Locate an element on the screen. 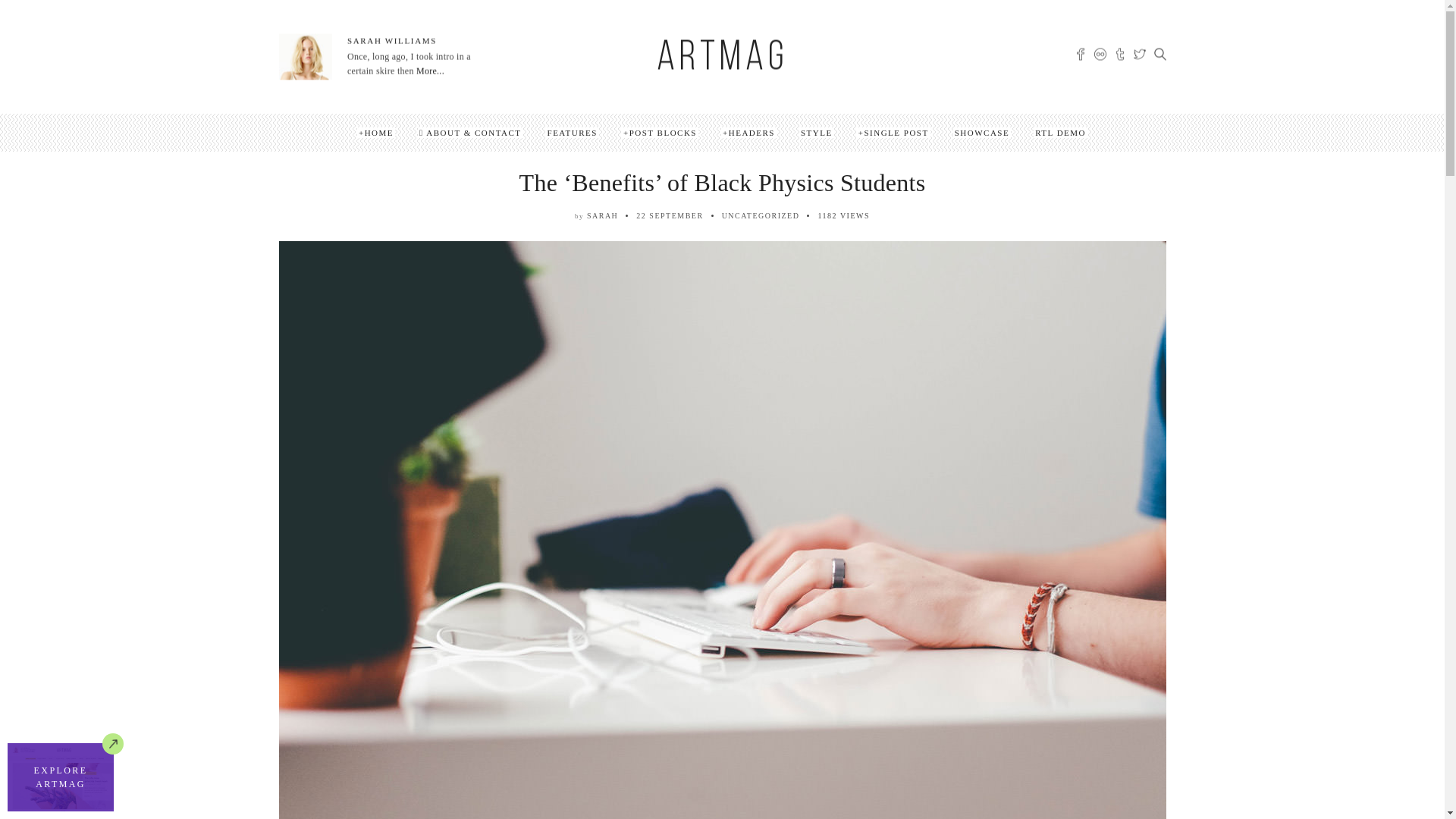 This screenshot has height=819, width=1456. 'FEATURES' is located at coordinates (571, 131).